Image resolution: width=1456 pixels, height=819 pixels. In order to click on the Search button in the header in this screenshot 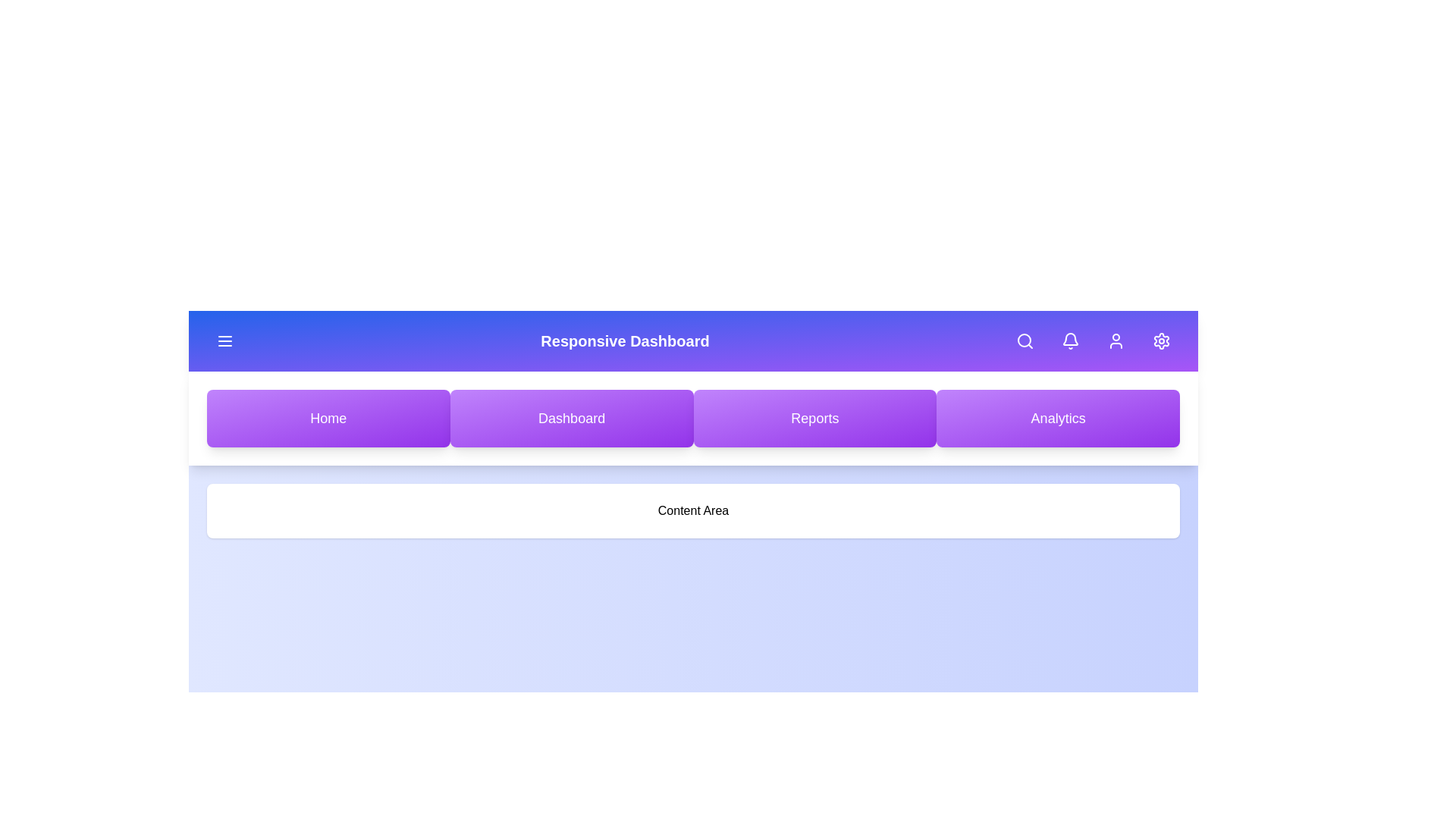, I will do `click(1025, 341)`.